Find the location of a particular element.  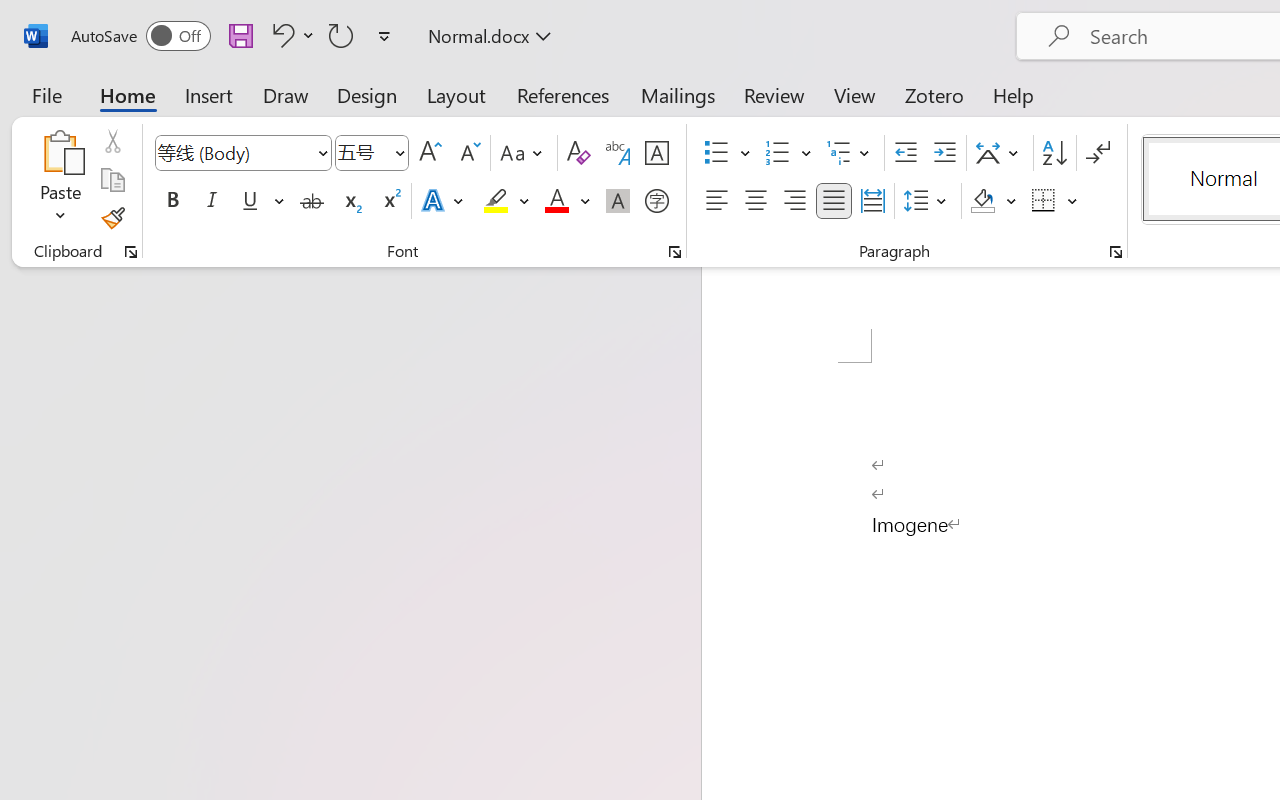

'Grow Font' is located at coordinates (429, 153).